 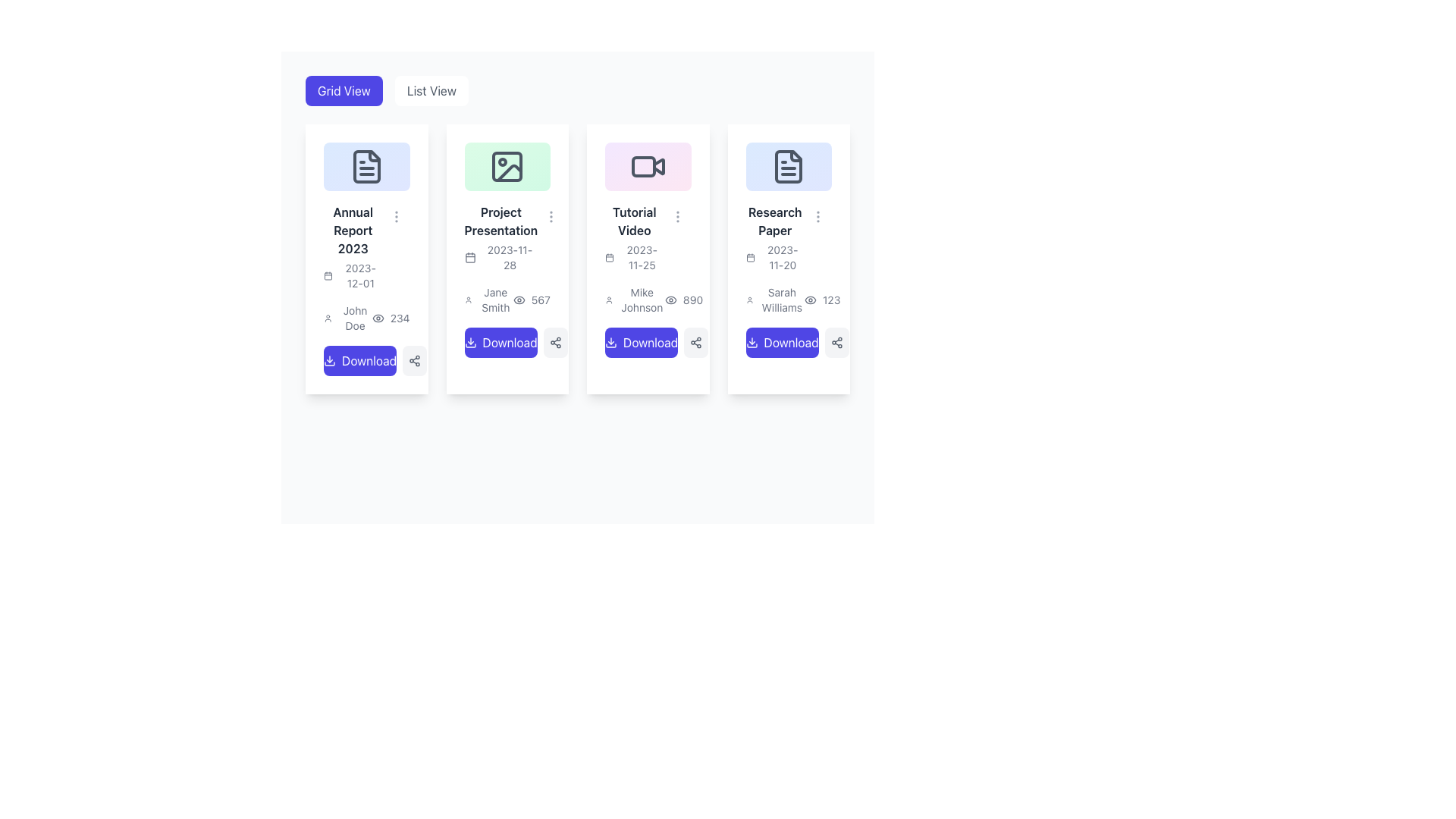 I want to click on the icon representing the file type for the 'Annual Report 2023' card located at the top-center of the leftmost card in a horizontal list of four cards with a light blue background, so click(x=366, y=166).